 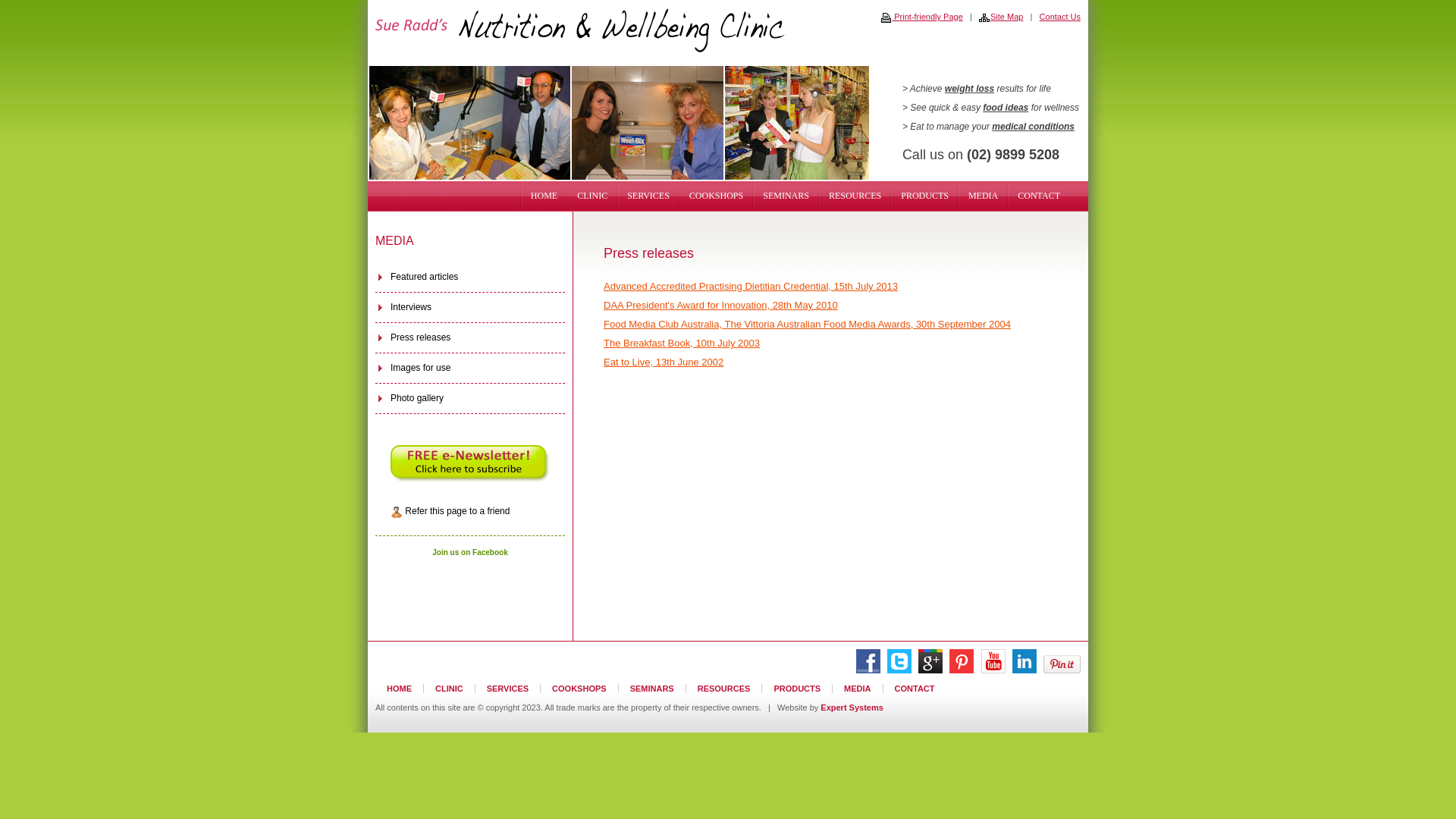 I want to click on 'Expert Systems', so click(x=852, y=708).